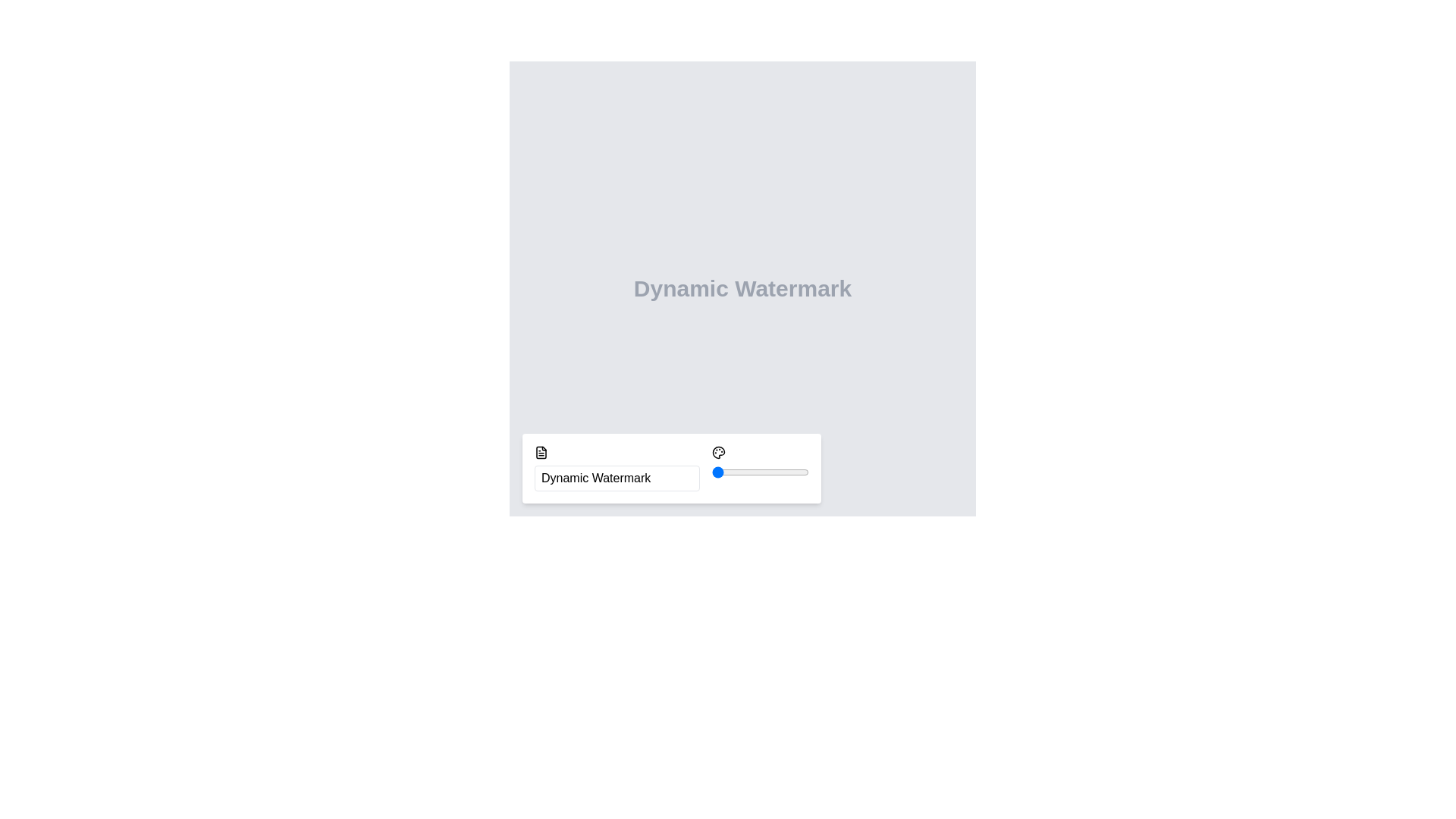 Image resolution: width=1456 pixels, height=819 pixels. I want to click on the painter's palette icon located at the top-right of the interface, so click(718, 452).